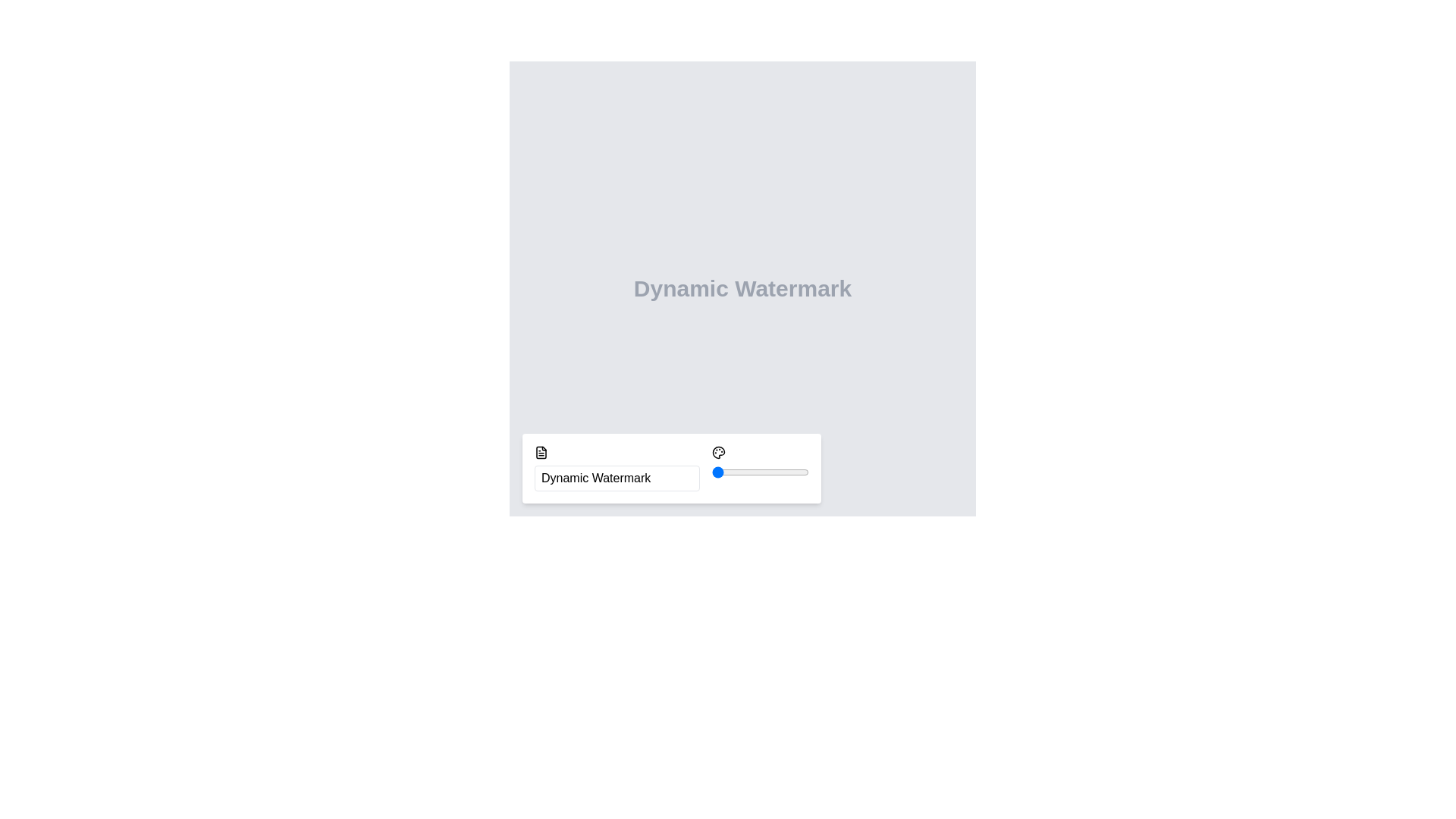 Image resolution: width=1456 pixels, height=819 pixels. I want to click on the painter's palette icon located at the top-right of the interface, so click(718, 452).